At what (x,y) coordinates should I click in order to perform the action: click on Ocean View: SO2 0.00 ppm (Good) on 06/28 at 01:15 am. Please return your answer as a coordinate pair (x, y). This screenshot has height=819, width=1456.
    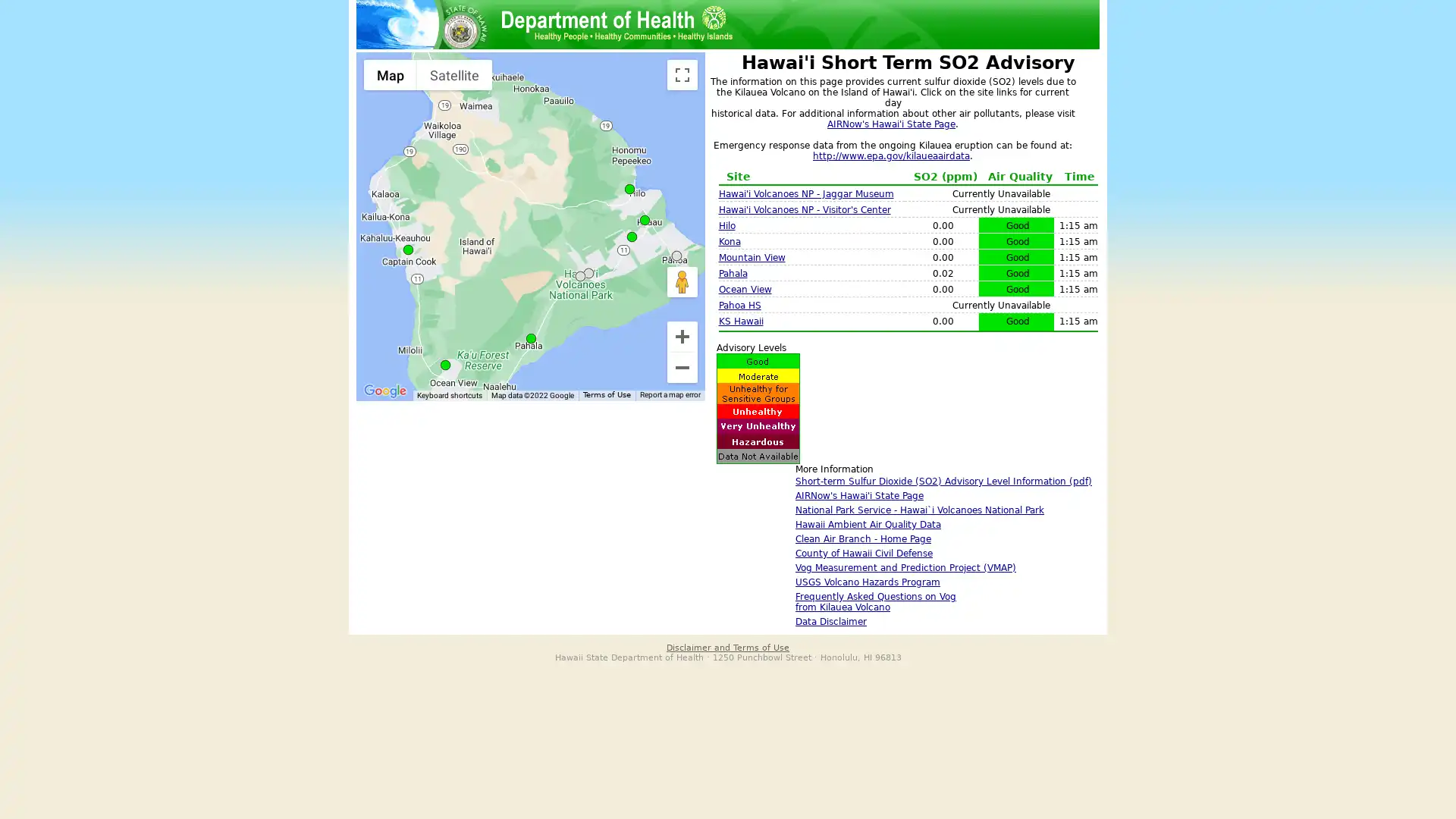
    Looking at the image, I should click on (444, 365).